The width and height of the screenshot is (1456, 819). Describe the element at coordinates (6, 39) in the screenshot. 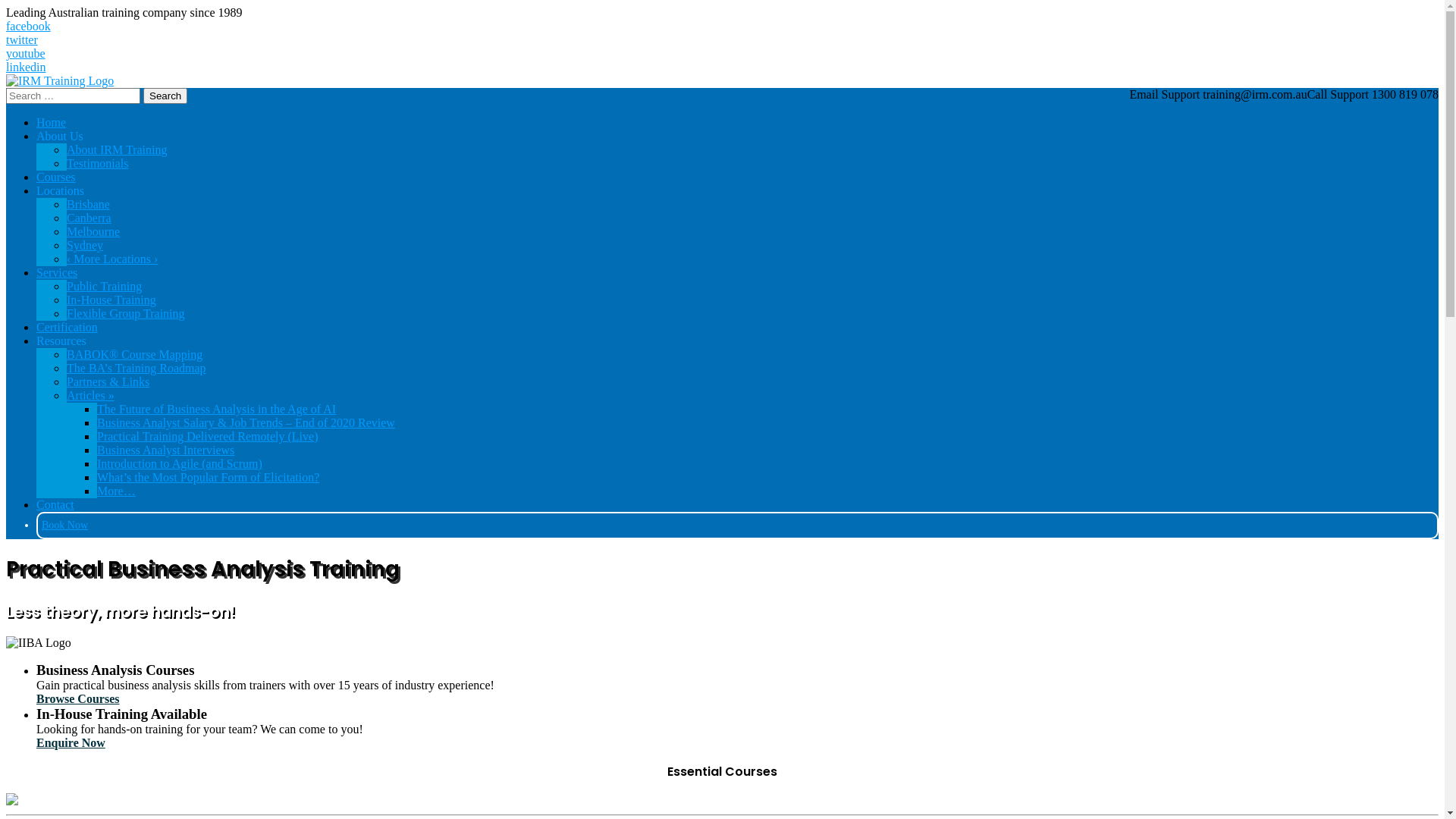

I see `'twitter'` at that location.